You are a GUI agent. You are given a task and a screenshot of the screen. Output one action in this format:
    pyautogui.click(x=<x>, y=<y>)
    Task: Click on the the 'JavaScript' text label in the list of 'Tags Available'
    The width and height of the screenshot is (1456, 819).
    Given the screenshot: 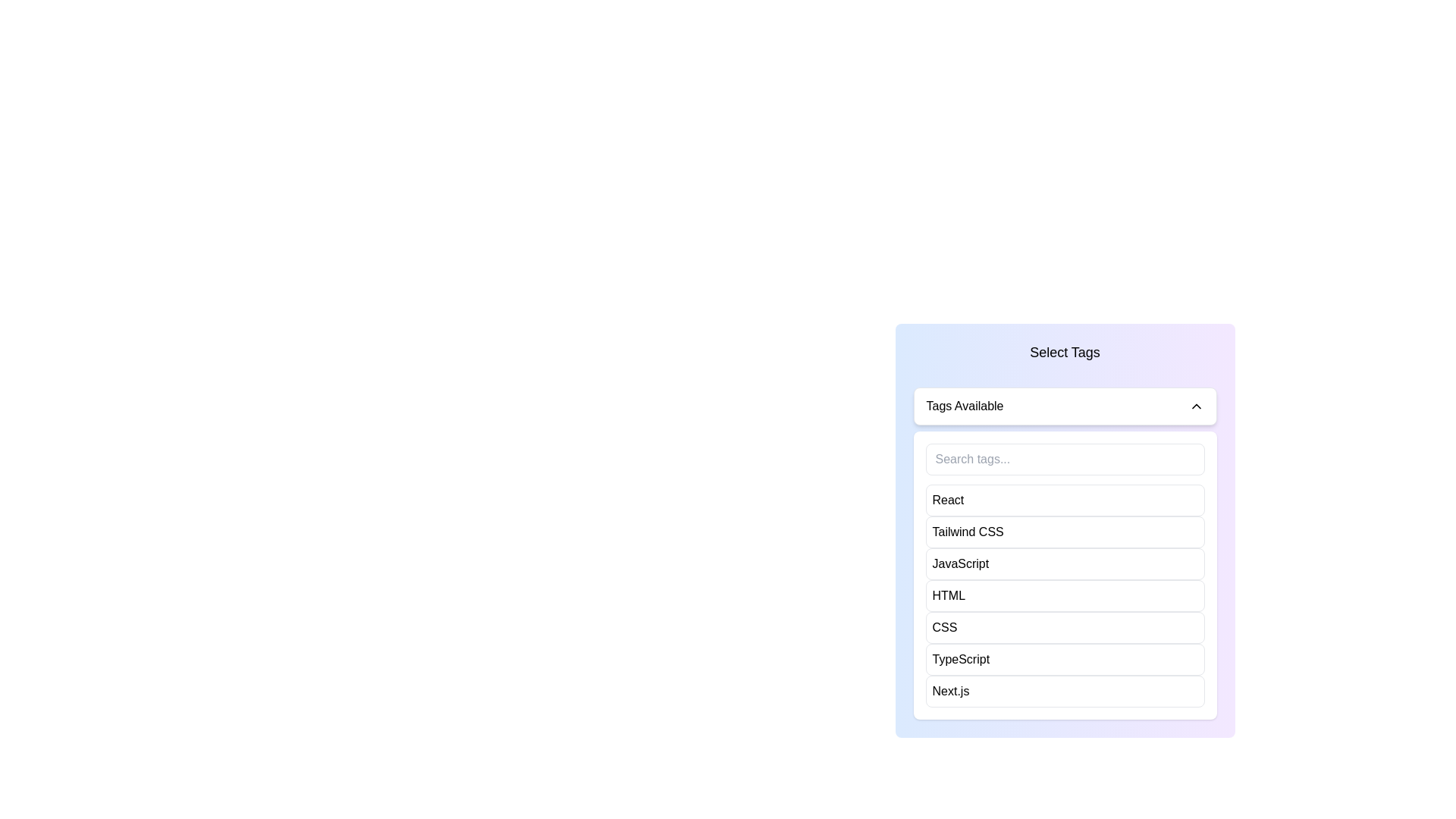 What is the action you would take?
    pyautogui.click(x=959, y=564)
    